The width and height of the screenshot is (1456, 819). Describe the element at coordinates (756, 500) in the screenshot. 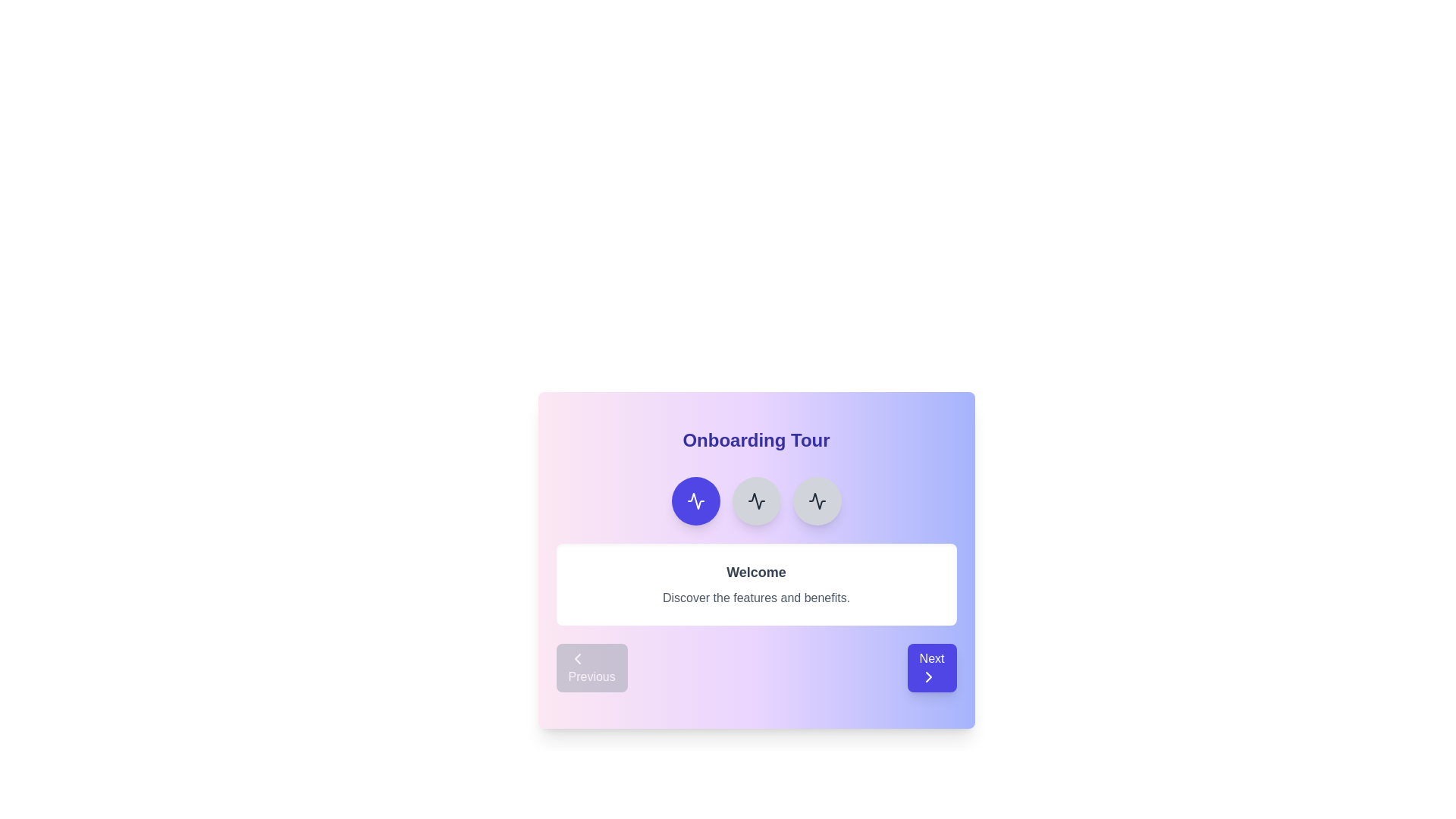

I see `the circular button with a gray background and a pulse icon` at that location.